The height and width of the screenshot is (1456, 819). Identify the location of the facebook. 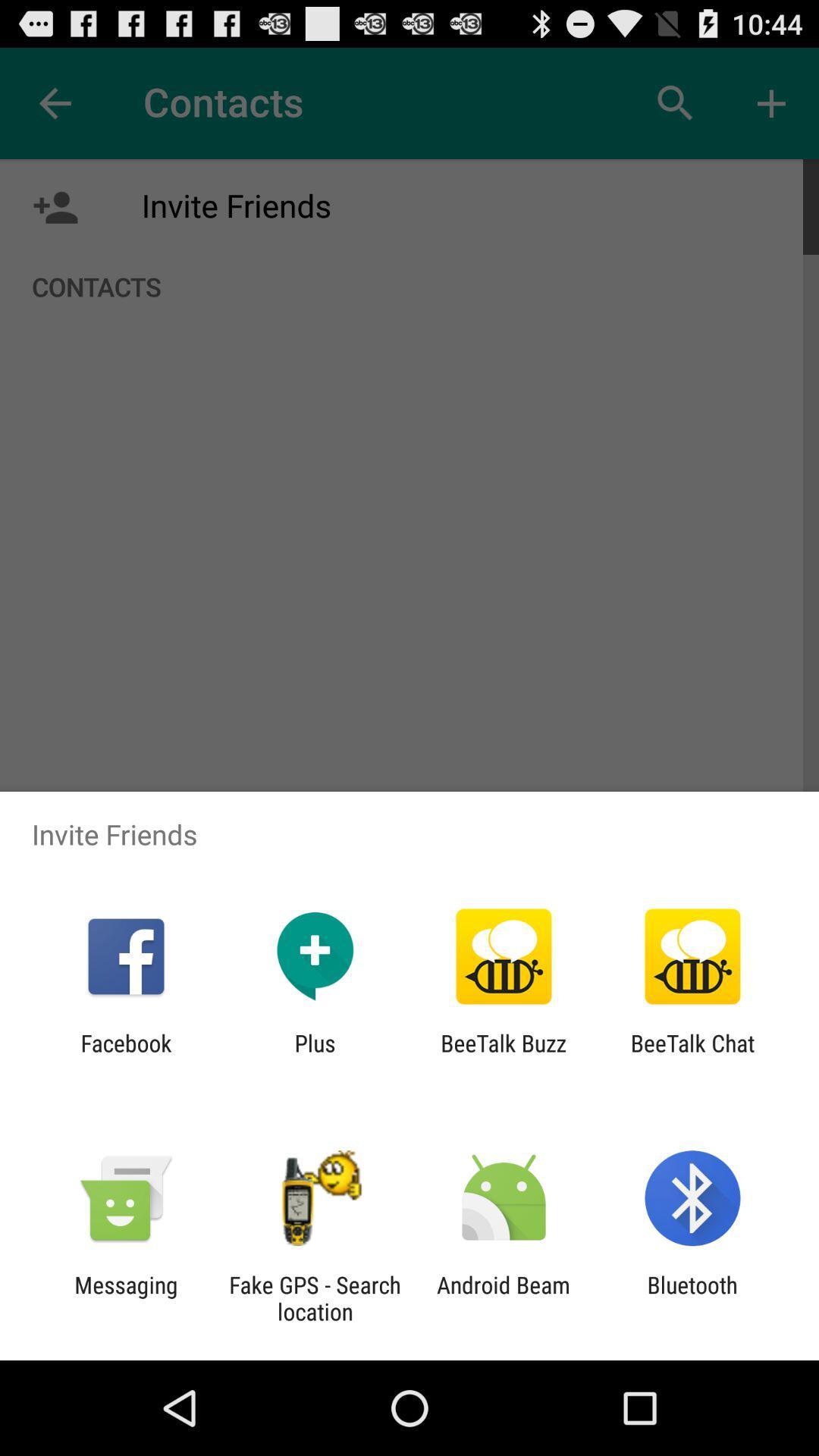
(125, 1056).